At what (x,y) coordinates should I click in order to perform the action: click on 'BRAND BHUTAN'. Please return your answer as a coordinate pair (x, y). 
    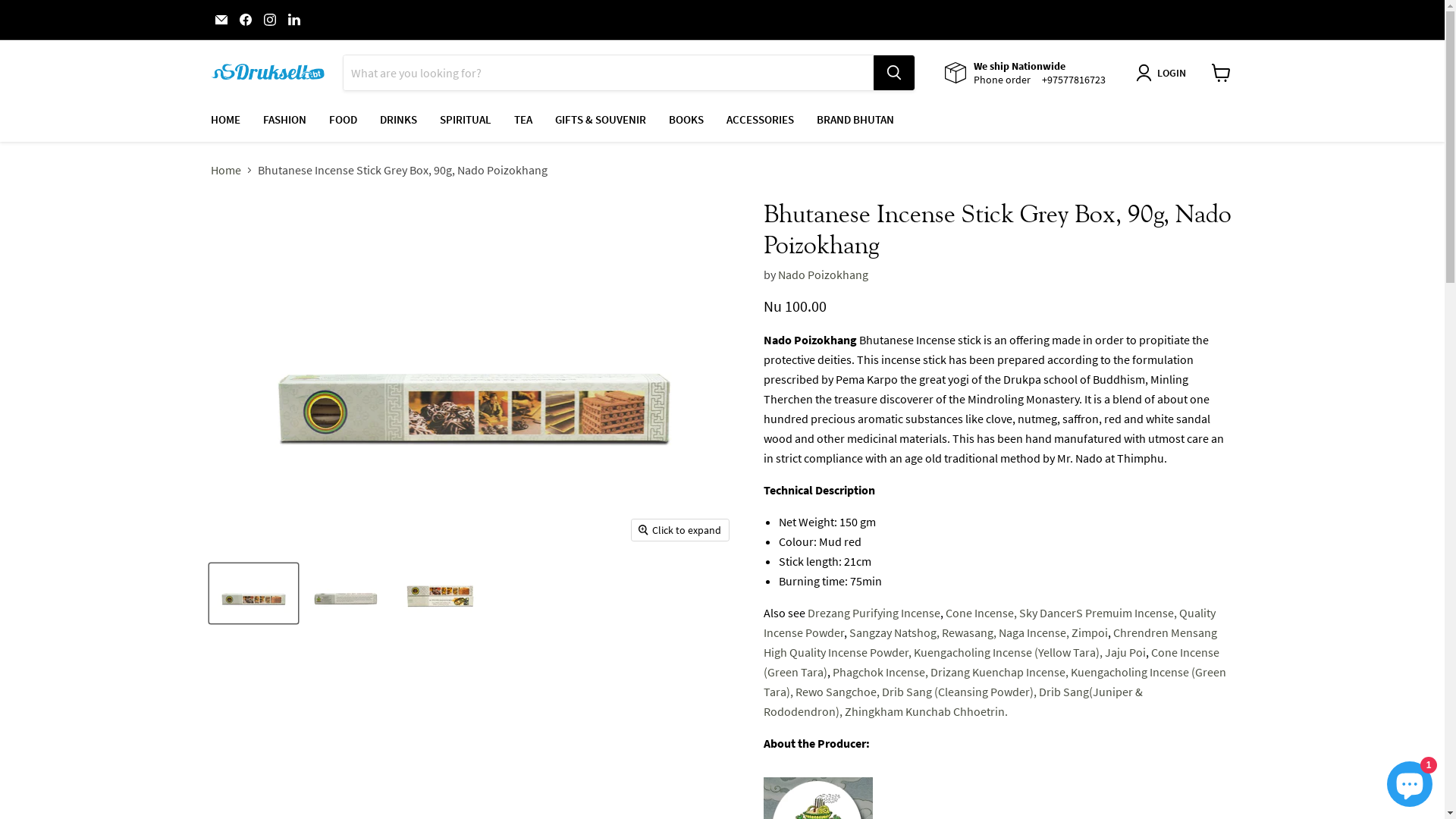
    Looking at the image, I should click on (855, 119).